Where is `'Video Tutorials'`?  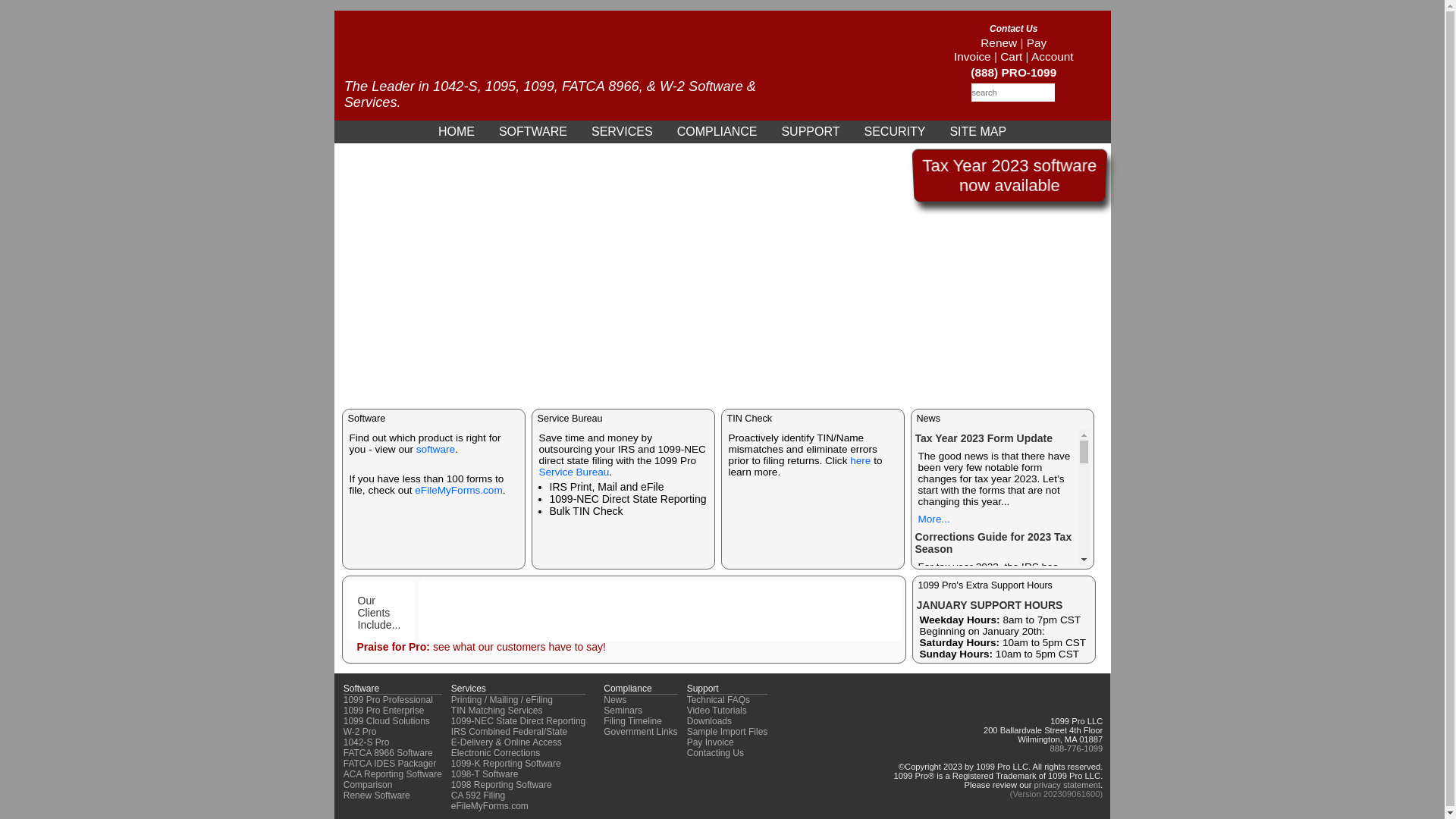
'Video Tutorials' is located at coordinates (686, 711).